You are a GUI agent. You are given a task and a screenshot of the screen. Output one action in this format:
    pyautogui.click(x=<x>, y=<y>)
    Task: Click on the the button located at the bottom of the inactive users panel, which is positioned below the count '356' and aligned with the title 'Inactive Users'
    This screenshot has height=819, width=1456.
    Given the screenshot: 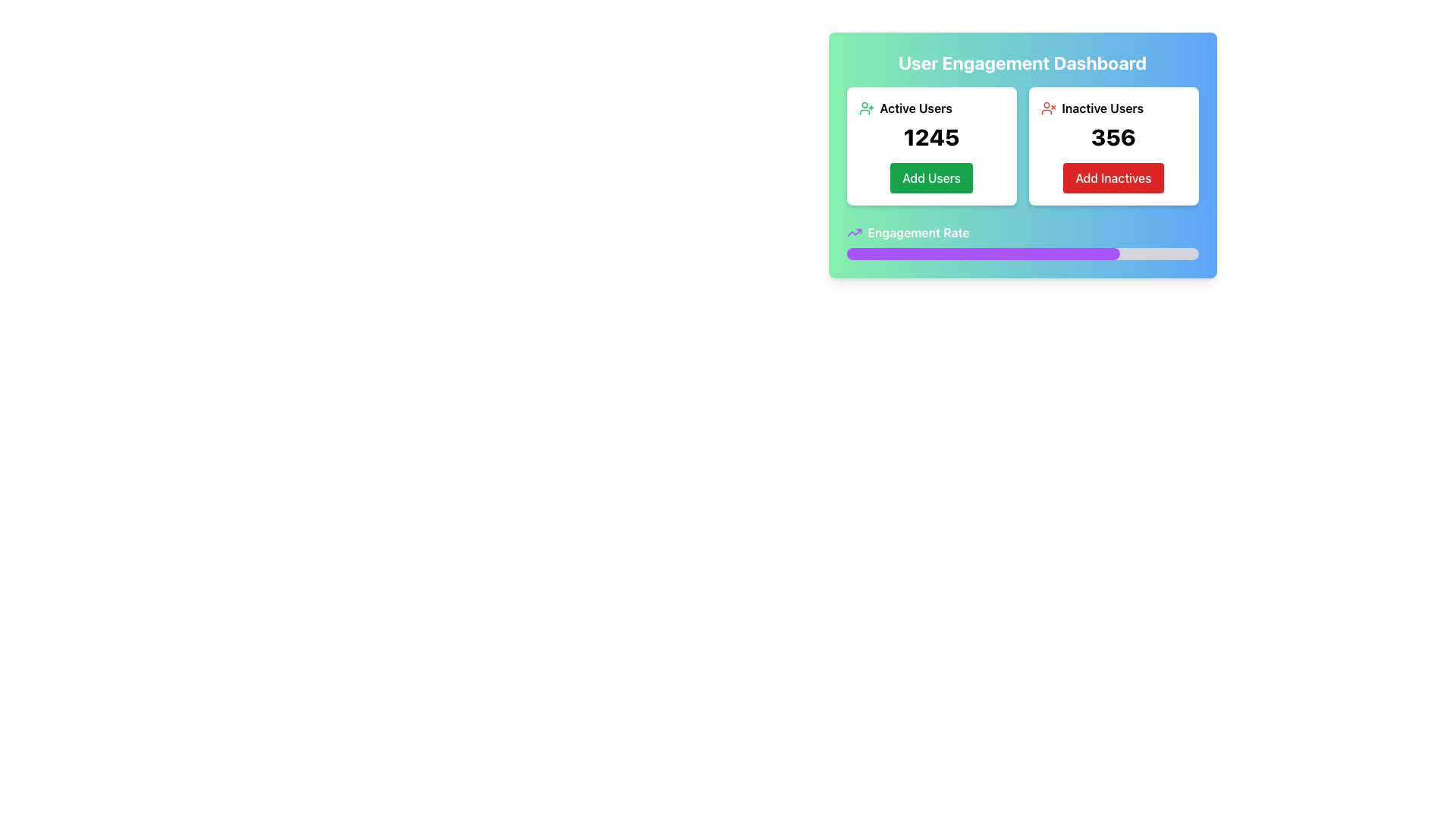 What is the action you would take?
    pyautogui.click(x=1113, y=177)
    